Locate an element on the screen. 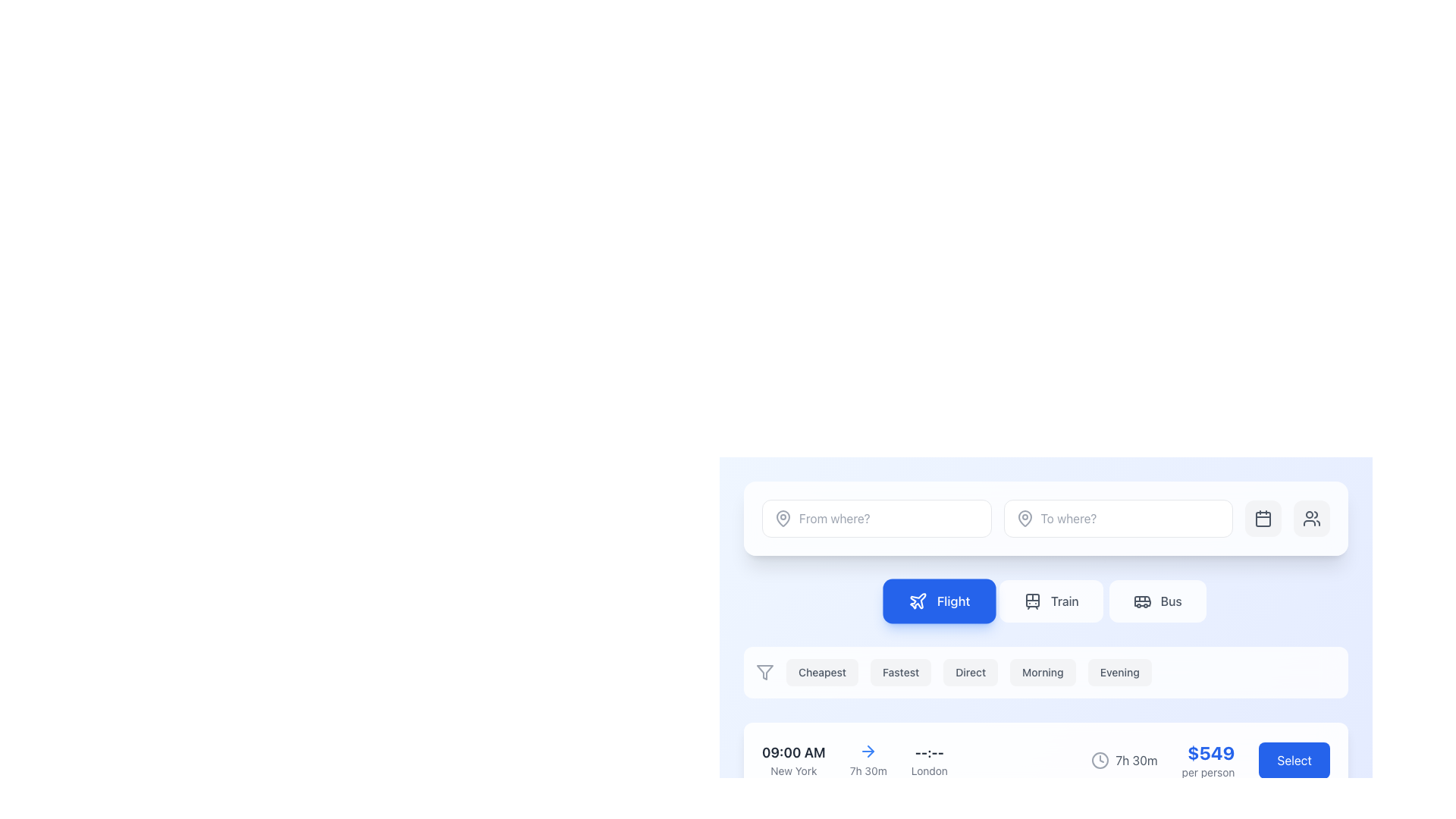 Image resolution: width=1456 pixels, height=819 pixels. the static text label that displays the duration of a flight, located below the blue arrow icon in the flight booking interface is located at coordinates (868, 771).